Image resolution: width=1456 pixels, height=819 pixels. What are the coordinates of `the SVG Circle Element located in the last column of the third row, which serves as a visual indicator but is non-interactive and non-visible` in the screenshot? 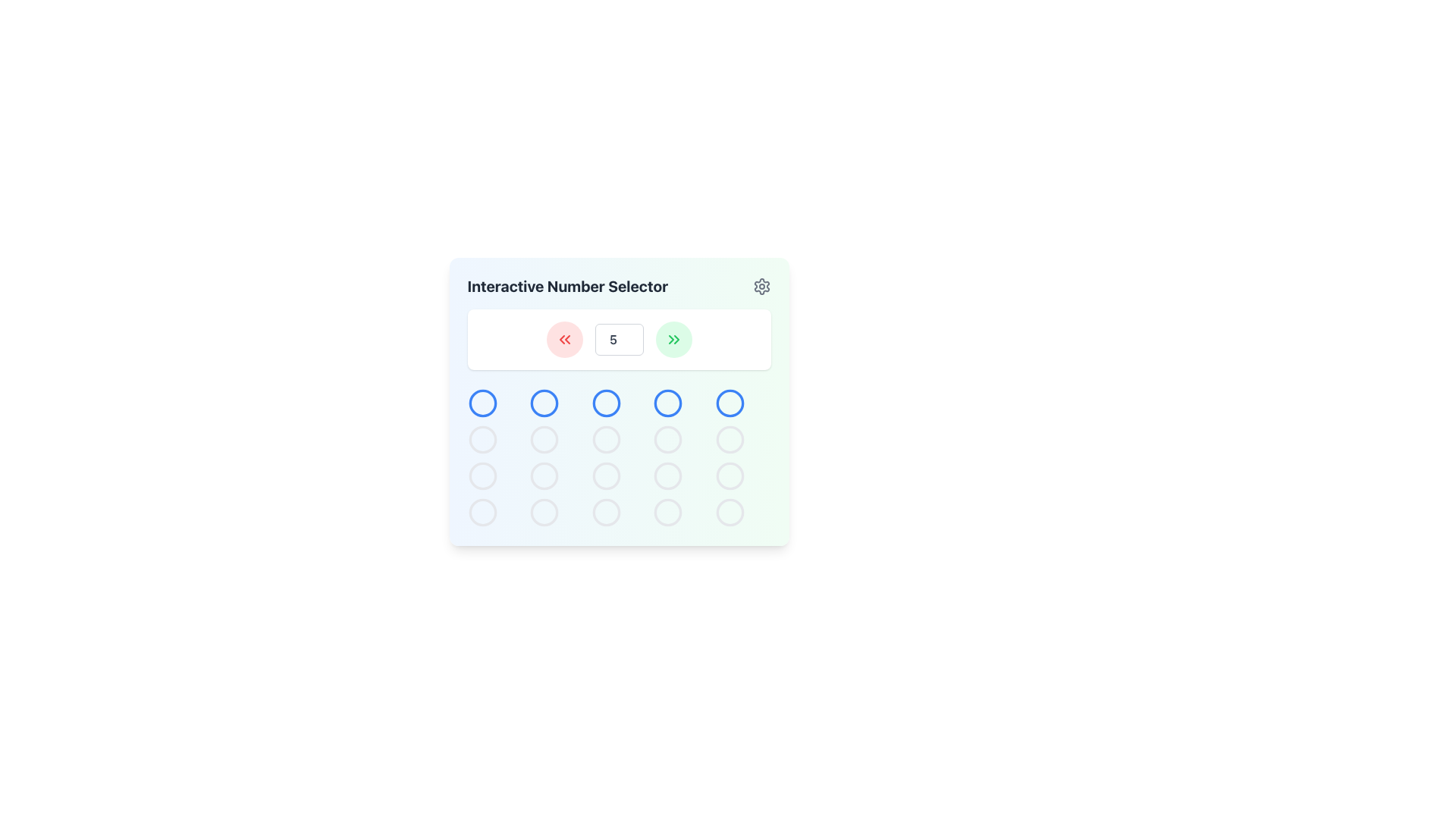 It's located at (730, 403).